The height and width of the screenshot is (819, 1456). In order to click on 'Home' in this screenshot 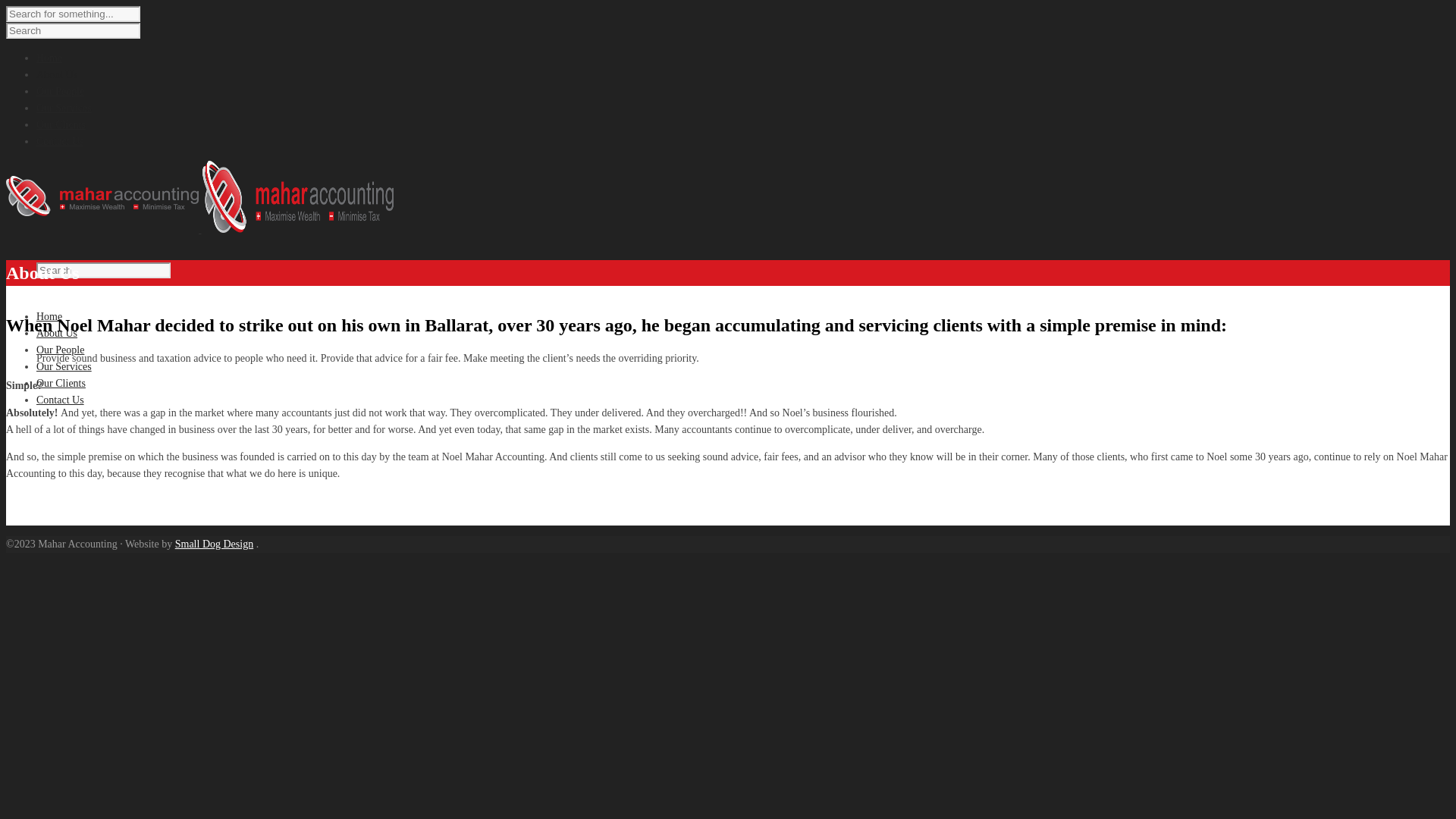, I will do `click(49, 315)`.